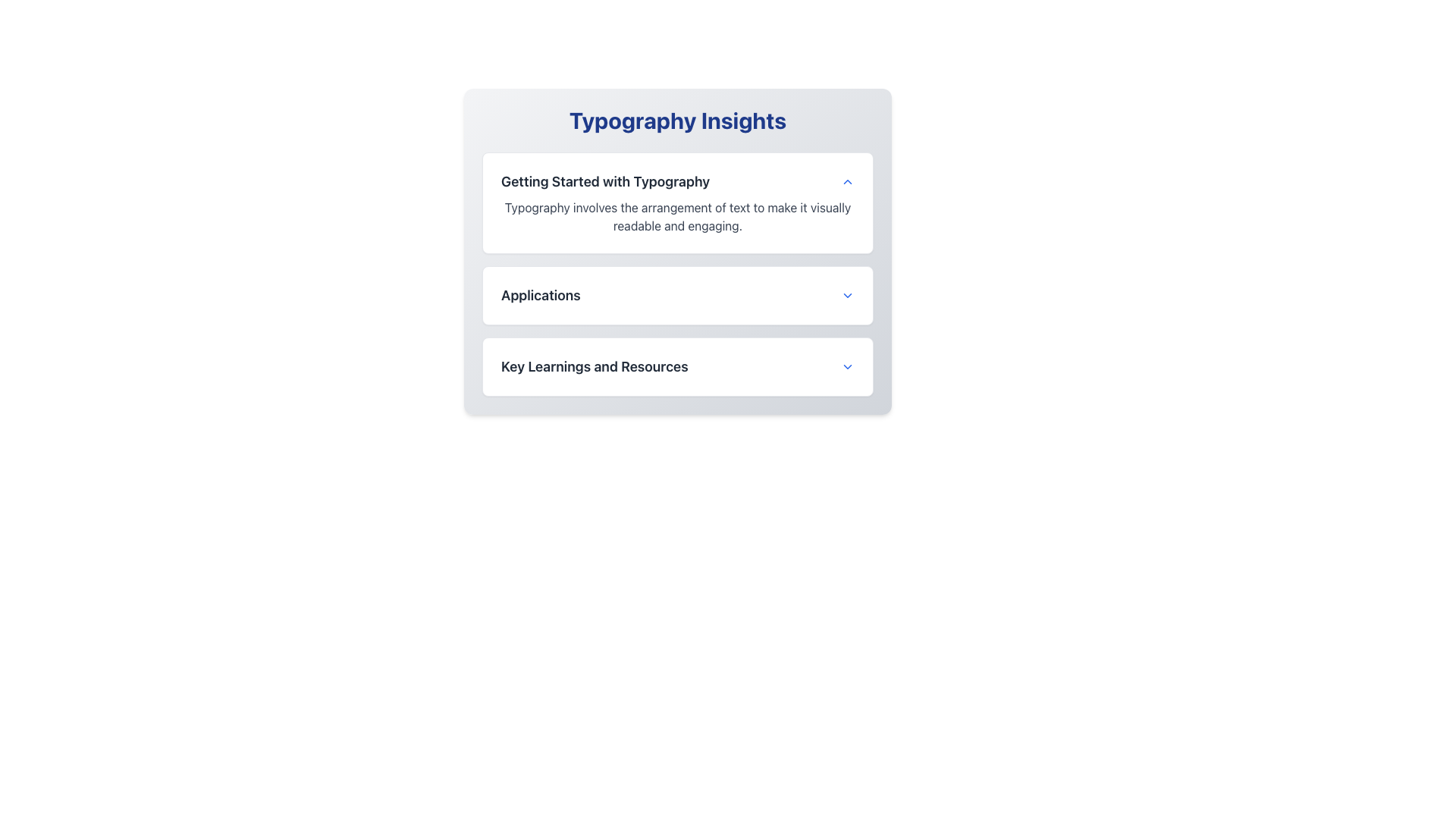 The image size is (1456, 819). I want to click on the collapsible section header for 'Key Learnings and Resources', so click(676, 366).